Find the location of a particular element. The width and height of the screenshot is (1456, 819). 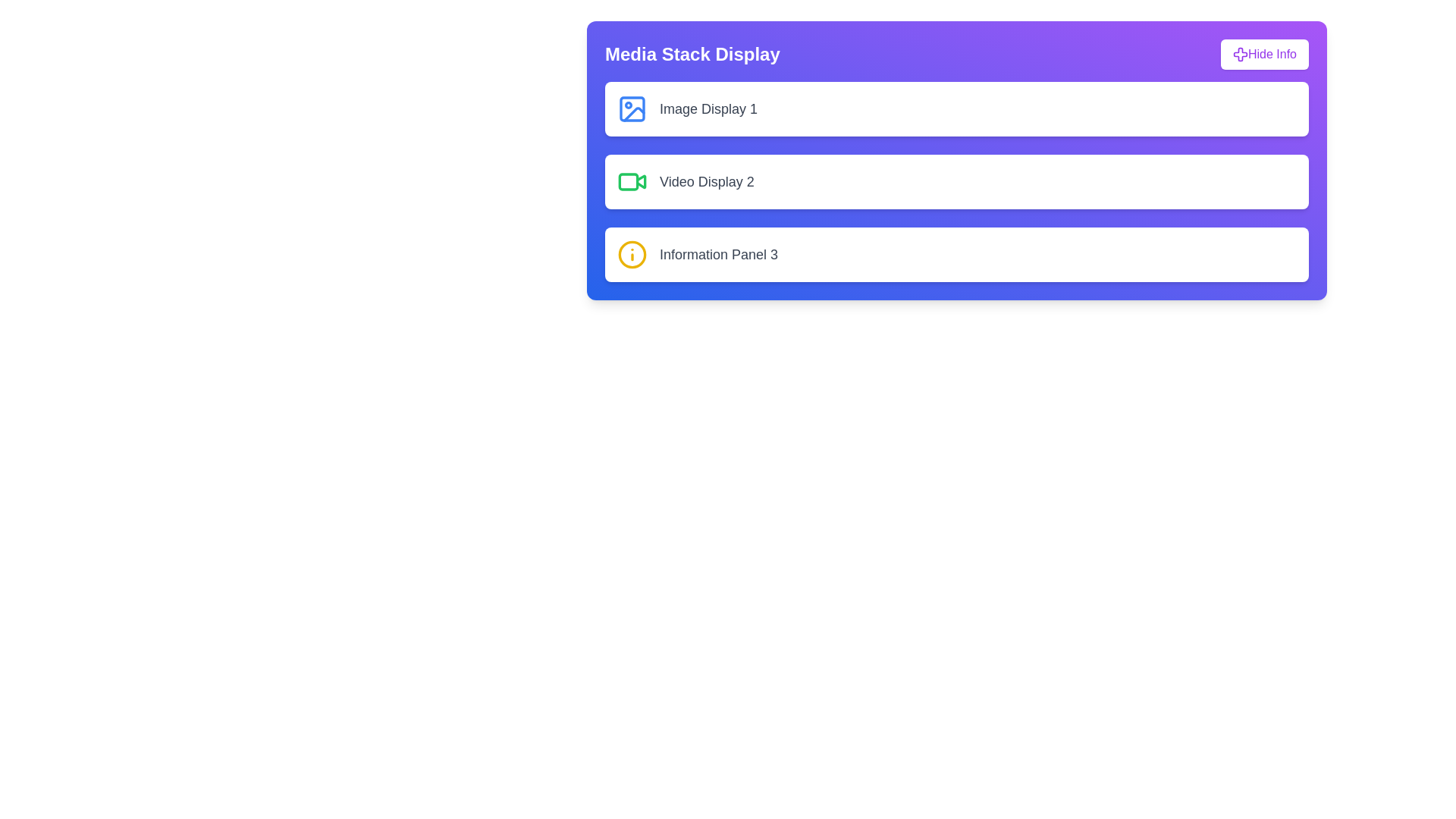

text displayed in the Text Label that shows 'Video Display 2', located in the second row of a vertically stacked list, to the right of a video camera icon is located at coordinates (706, 180).